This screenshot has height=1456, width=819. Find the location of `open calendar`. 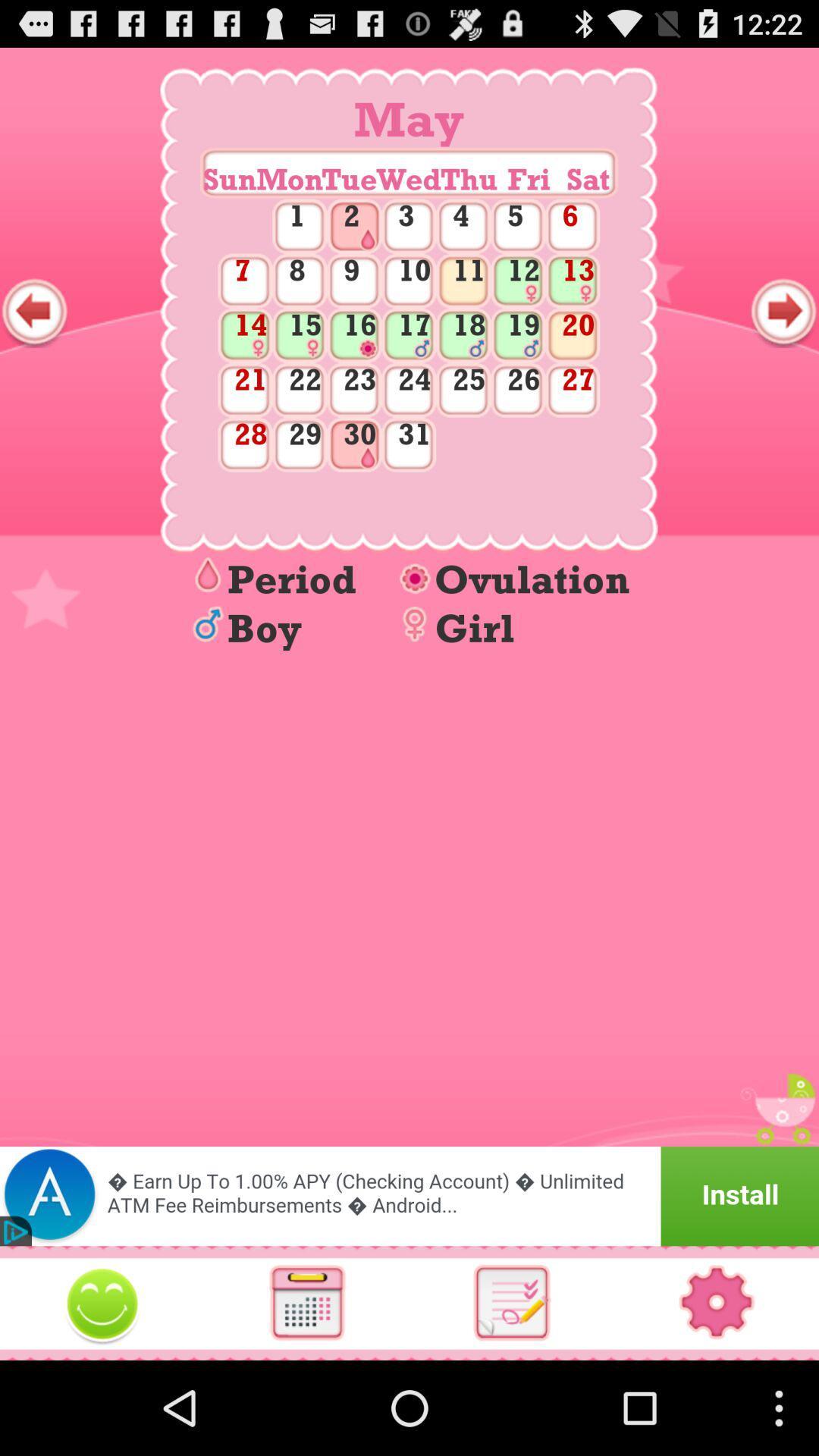

open calendar is located at coordinates (307, 1302).